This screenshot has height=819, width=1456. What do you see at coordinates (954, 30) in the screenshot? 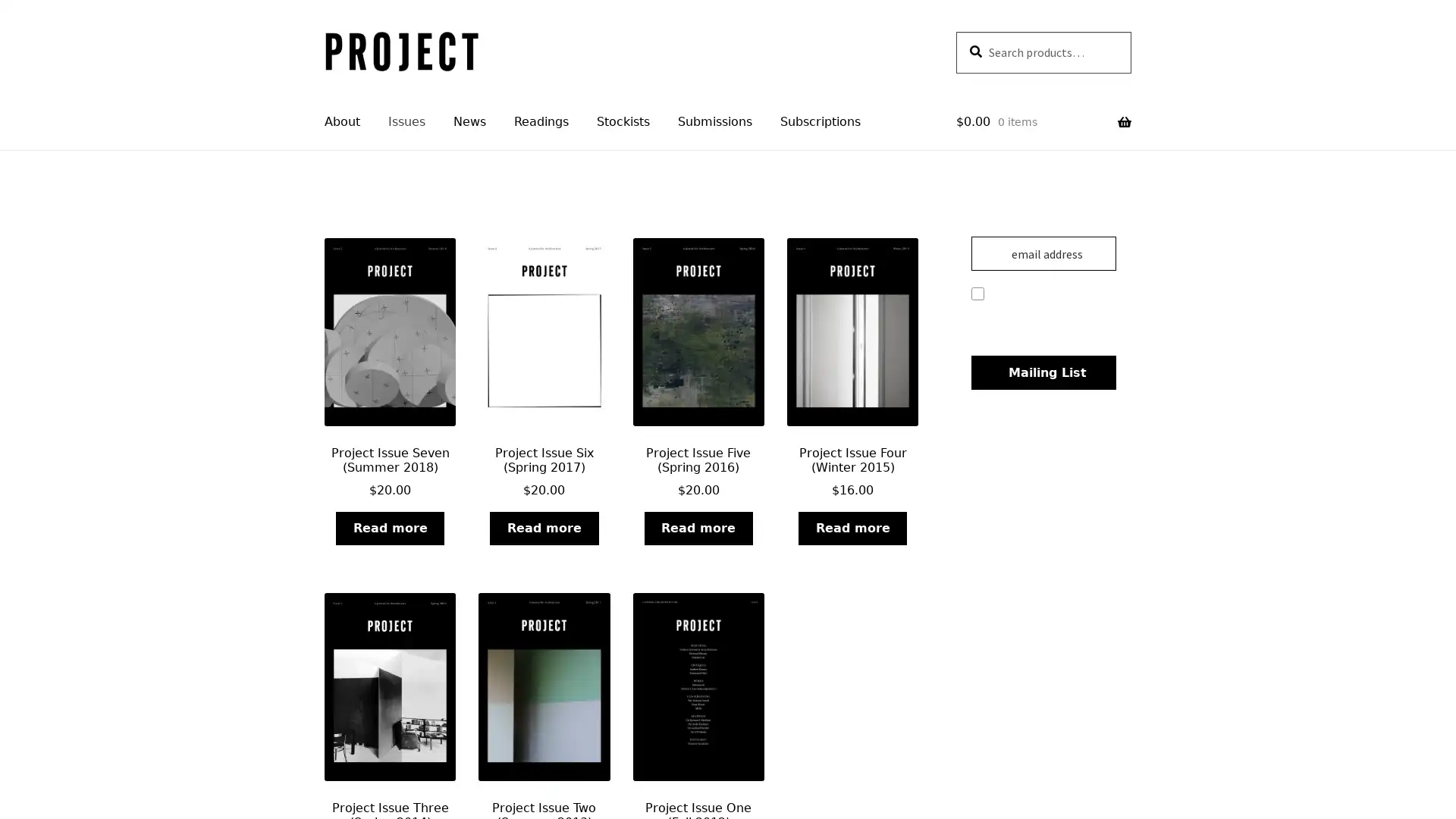
I see `Search` at bounding box center [954, 30].